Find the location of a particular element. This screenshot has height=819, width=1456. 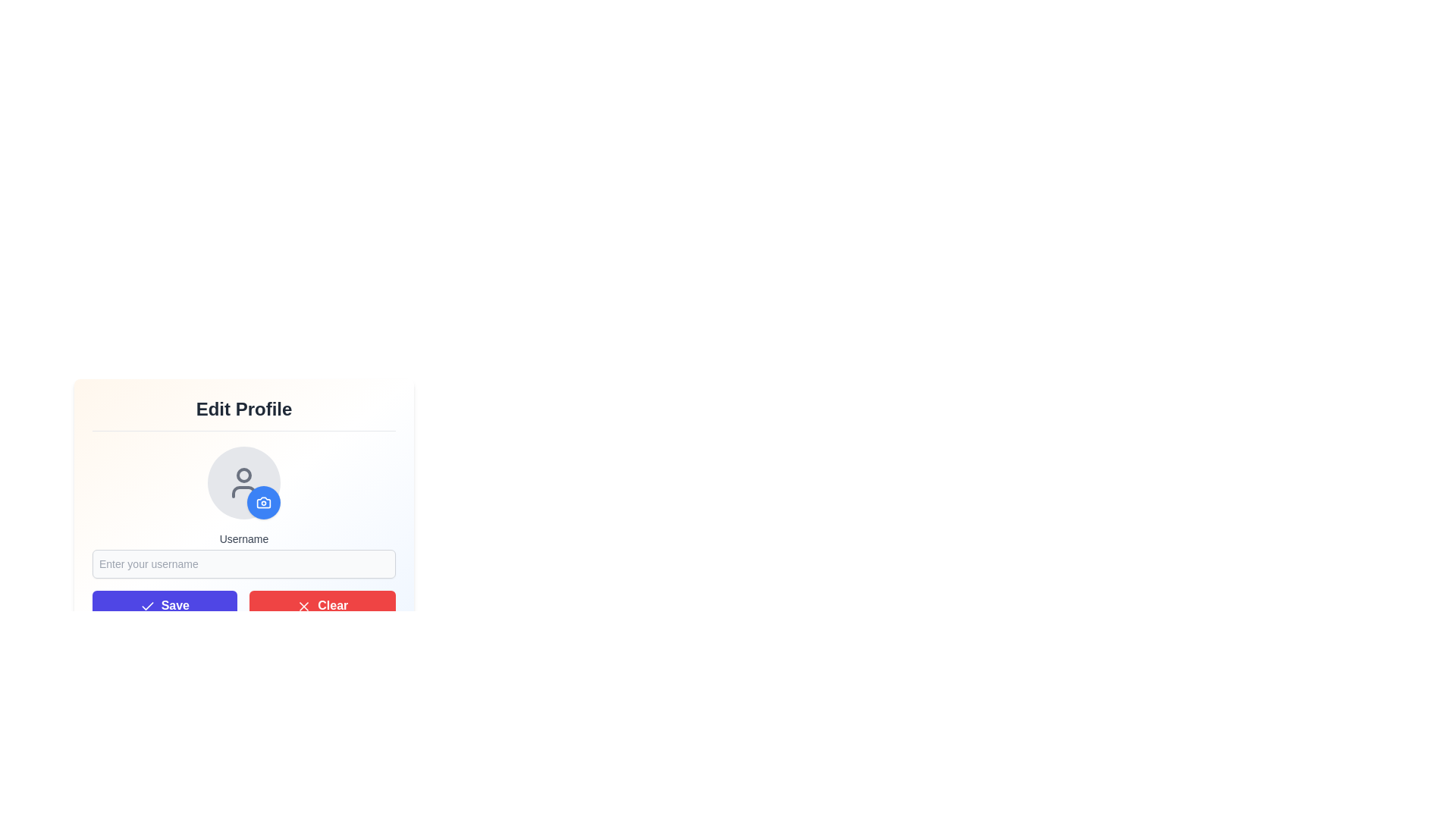

the 'Save' button located in the Button Group beneath the username input field in the 'Edit Profile' section is located at coordinates (243, 604).